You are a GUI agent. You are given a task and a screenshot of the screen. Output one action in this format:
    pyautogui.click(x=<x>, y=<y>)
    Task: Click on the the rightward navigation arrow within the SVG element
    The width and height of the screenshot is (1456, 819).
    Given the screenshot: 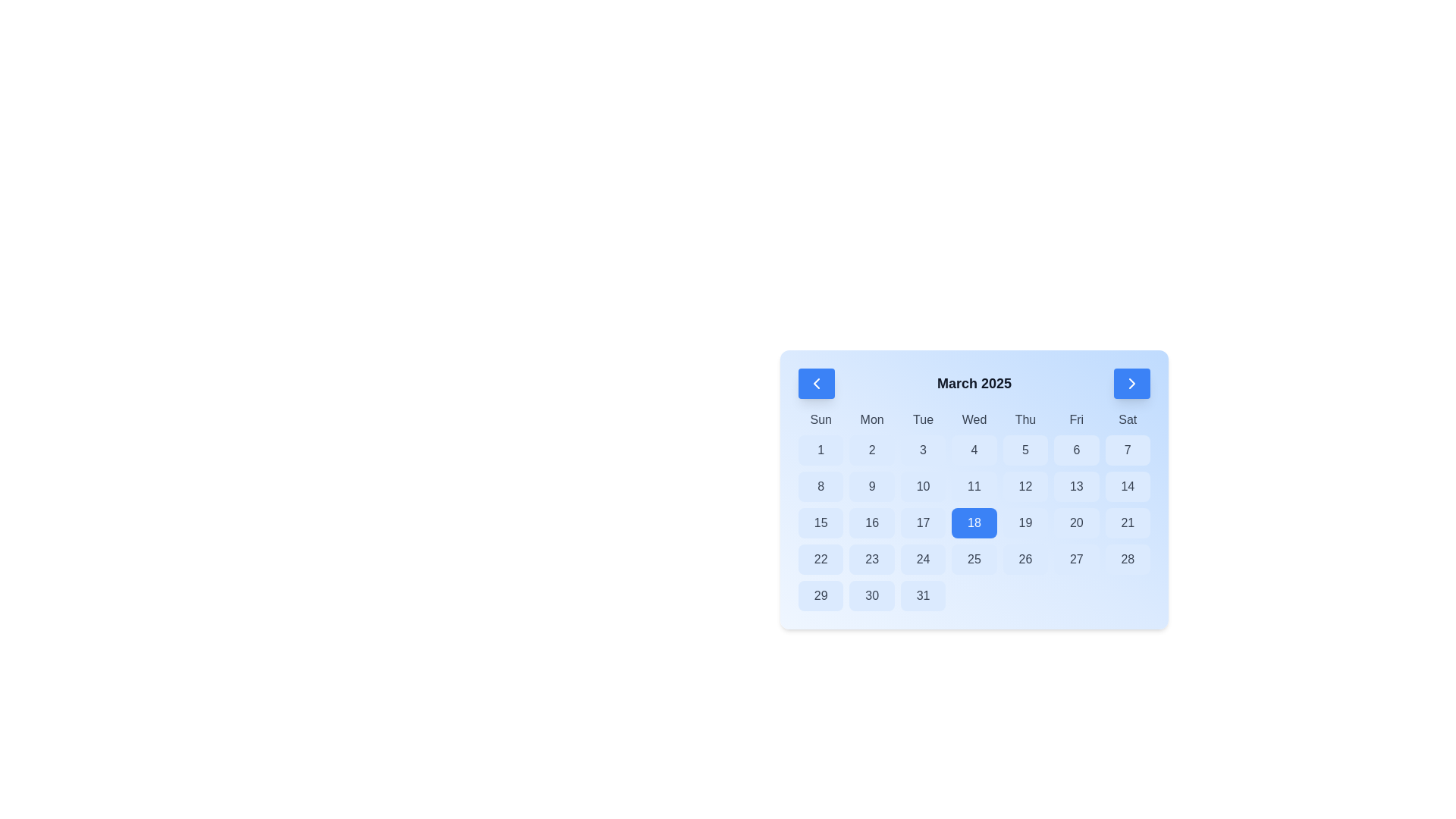 What is the action you would take?
    pyautogui.click(x=1131, y=382)
    